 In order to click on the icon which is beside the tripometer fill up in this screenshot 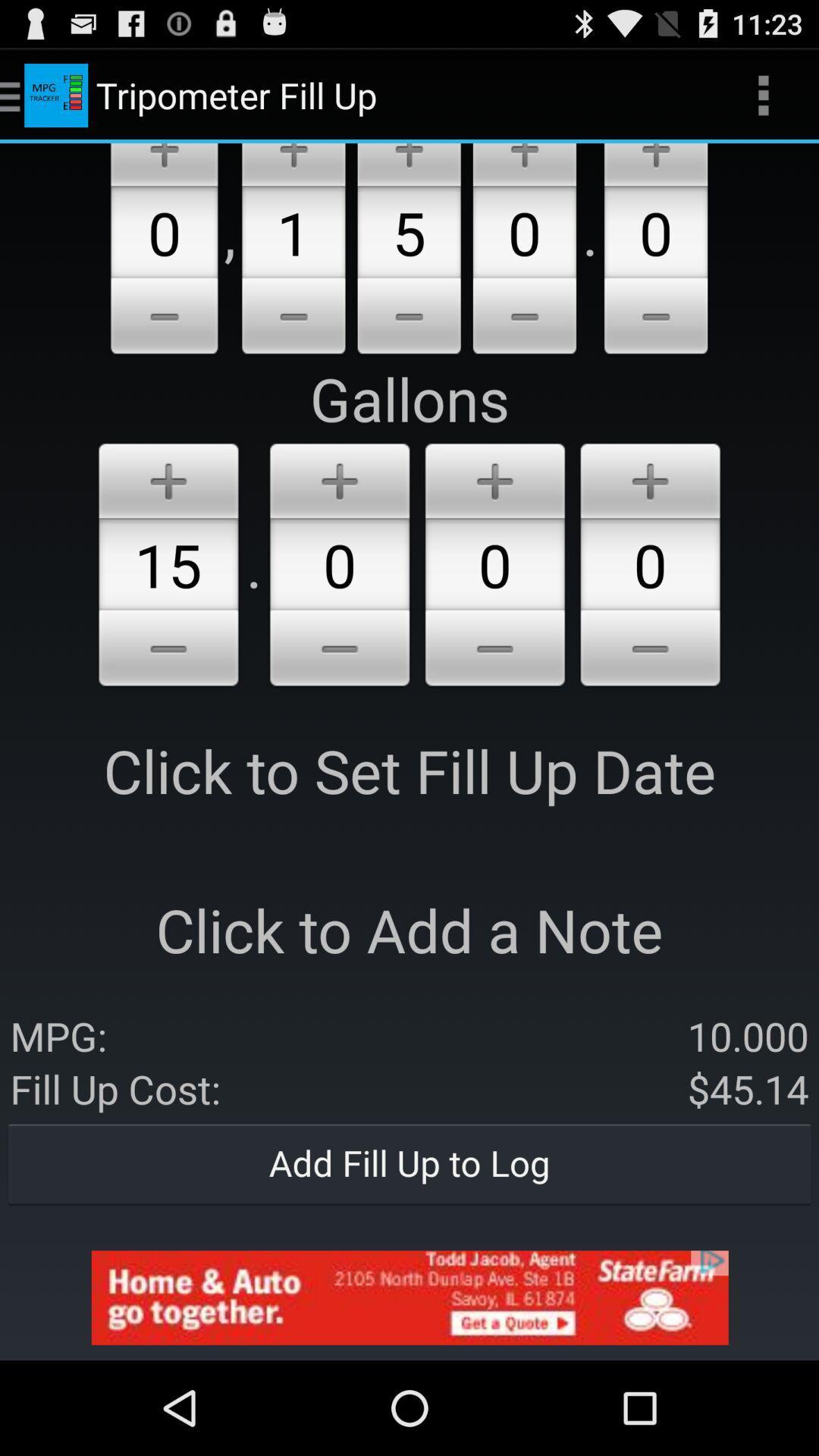, I will do `click(55, 94)`.